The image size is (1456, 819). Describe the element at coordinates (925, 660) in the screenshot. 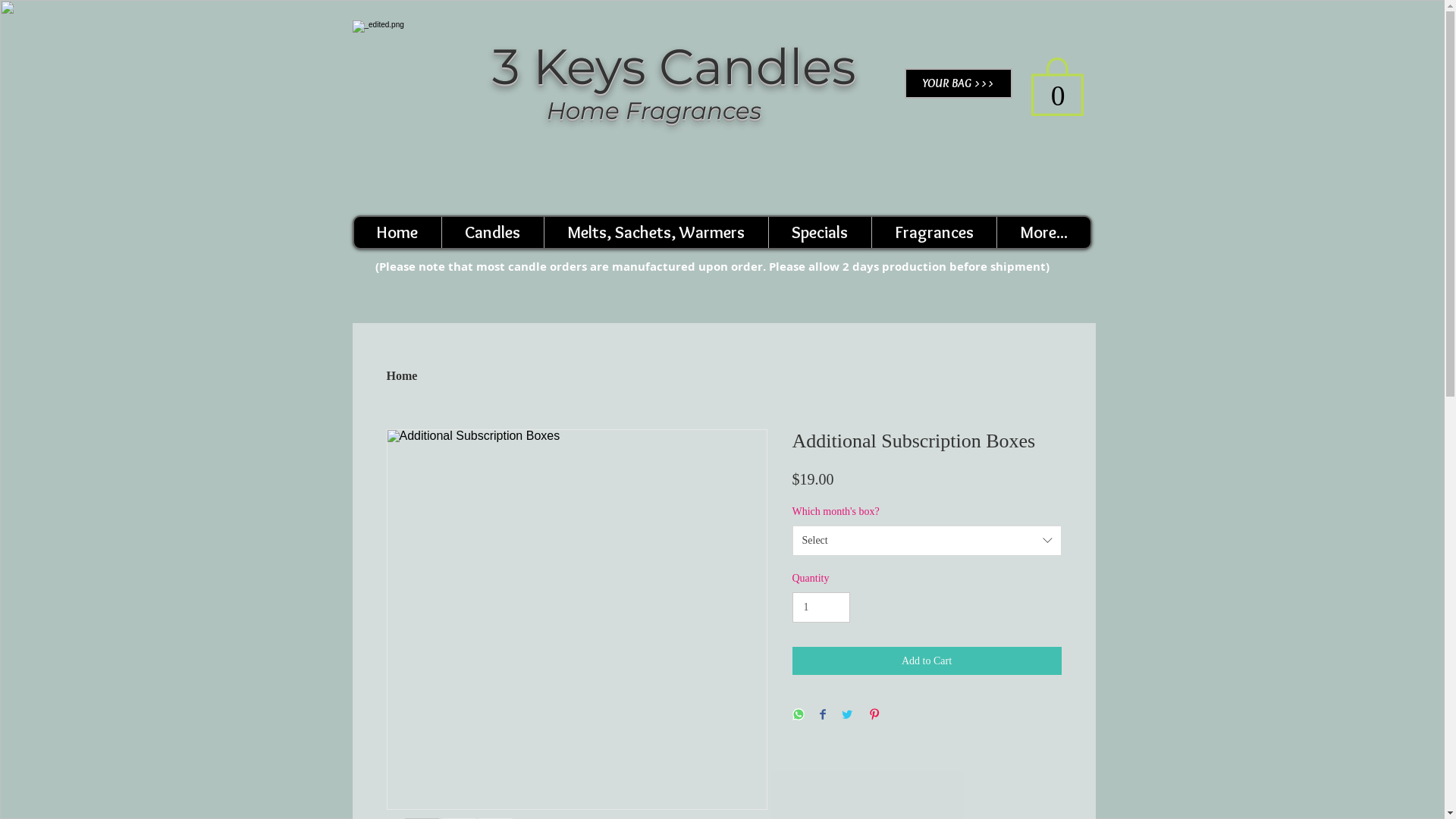

I see `'Add to Cart'` at that location.